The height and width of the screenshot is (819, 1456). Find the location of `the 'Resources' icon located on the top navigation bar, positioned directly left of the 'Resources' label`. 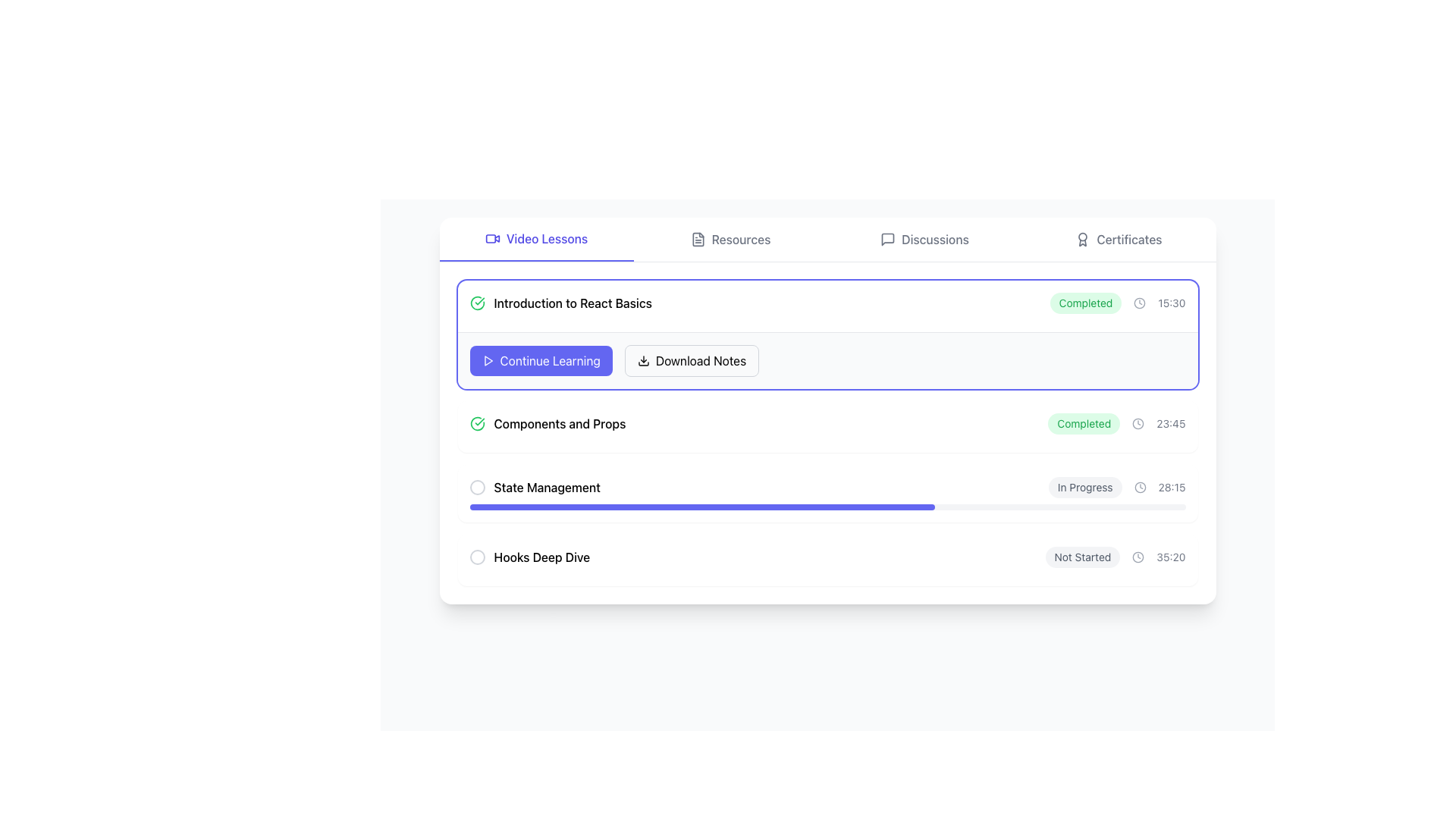

the 'Resources' icon located on the top navigation bar, positioned directly left of the 'Resources' label is located at coordinates (697, 239).